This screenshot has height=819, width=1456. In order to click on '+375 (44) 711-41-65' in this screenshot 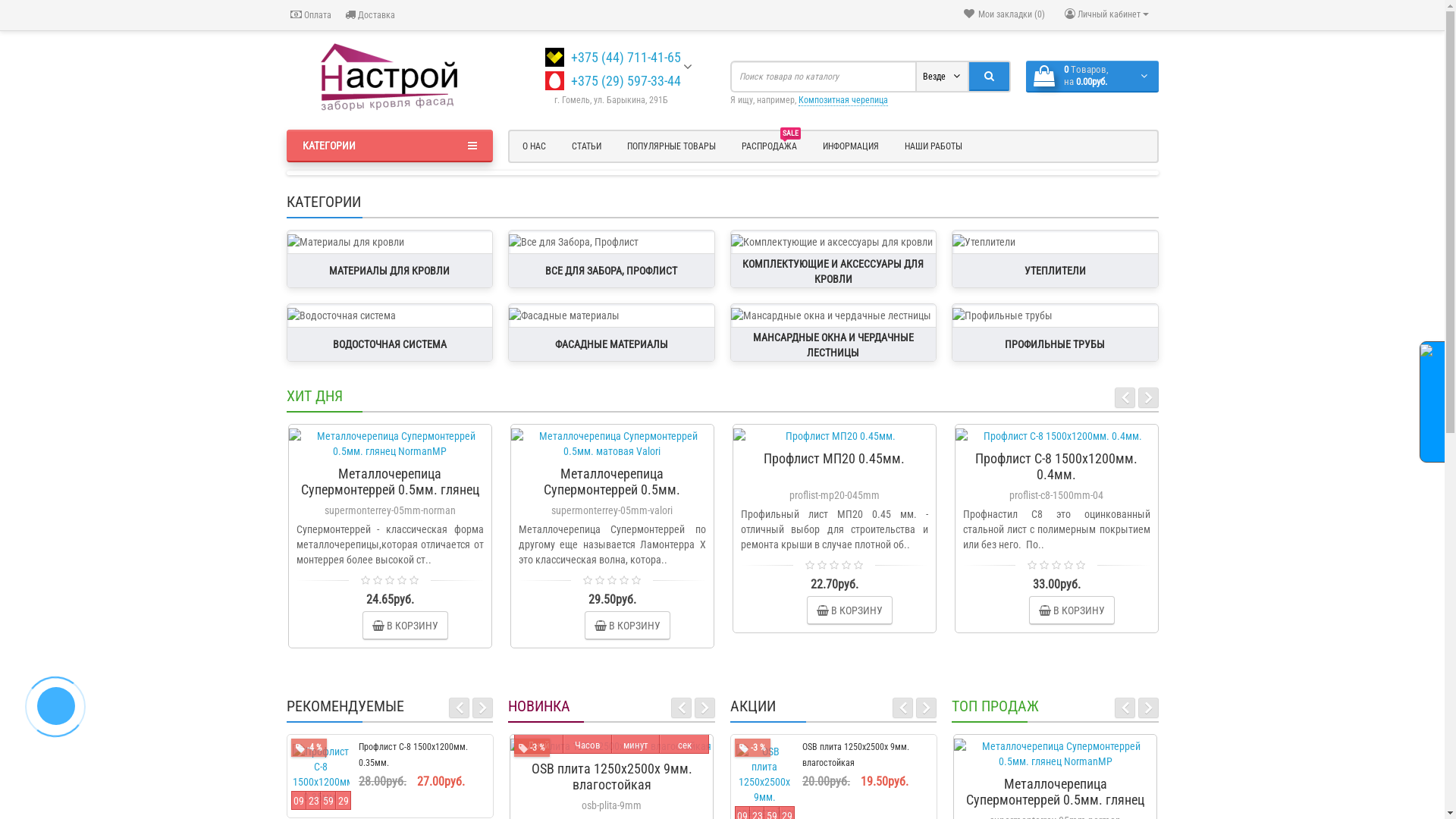, I will do `click(626, 56)`.